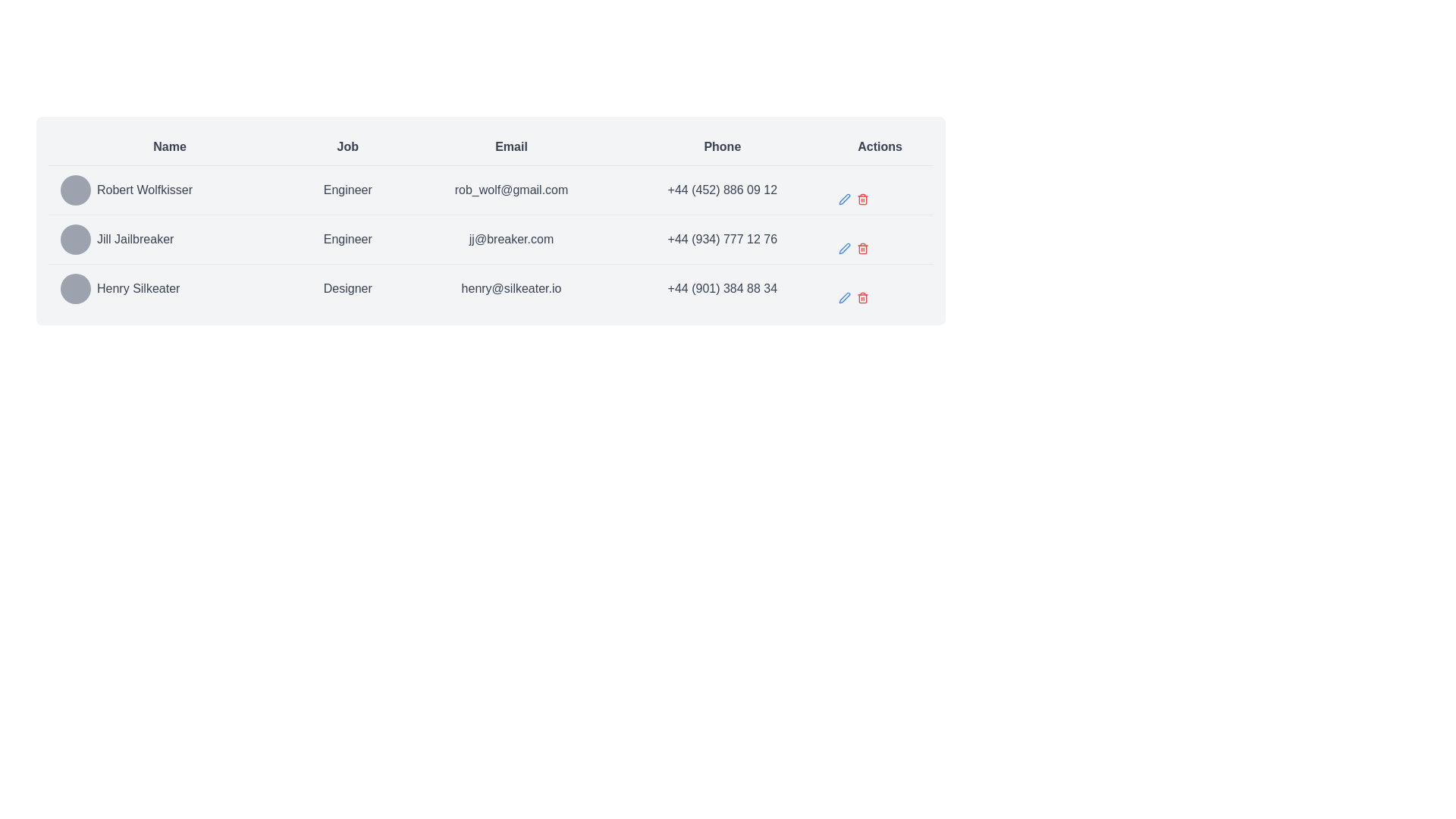 This screenshot has width=1456, height=819. What do you see at coordinates (75, 239) in the screenshot?
I see `the circular Avatar placeholder for 'Jill Jailbreaker', which is located at the far left of the corresponding row in the table structure` at bounding box center [75, 239].